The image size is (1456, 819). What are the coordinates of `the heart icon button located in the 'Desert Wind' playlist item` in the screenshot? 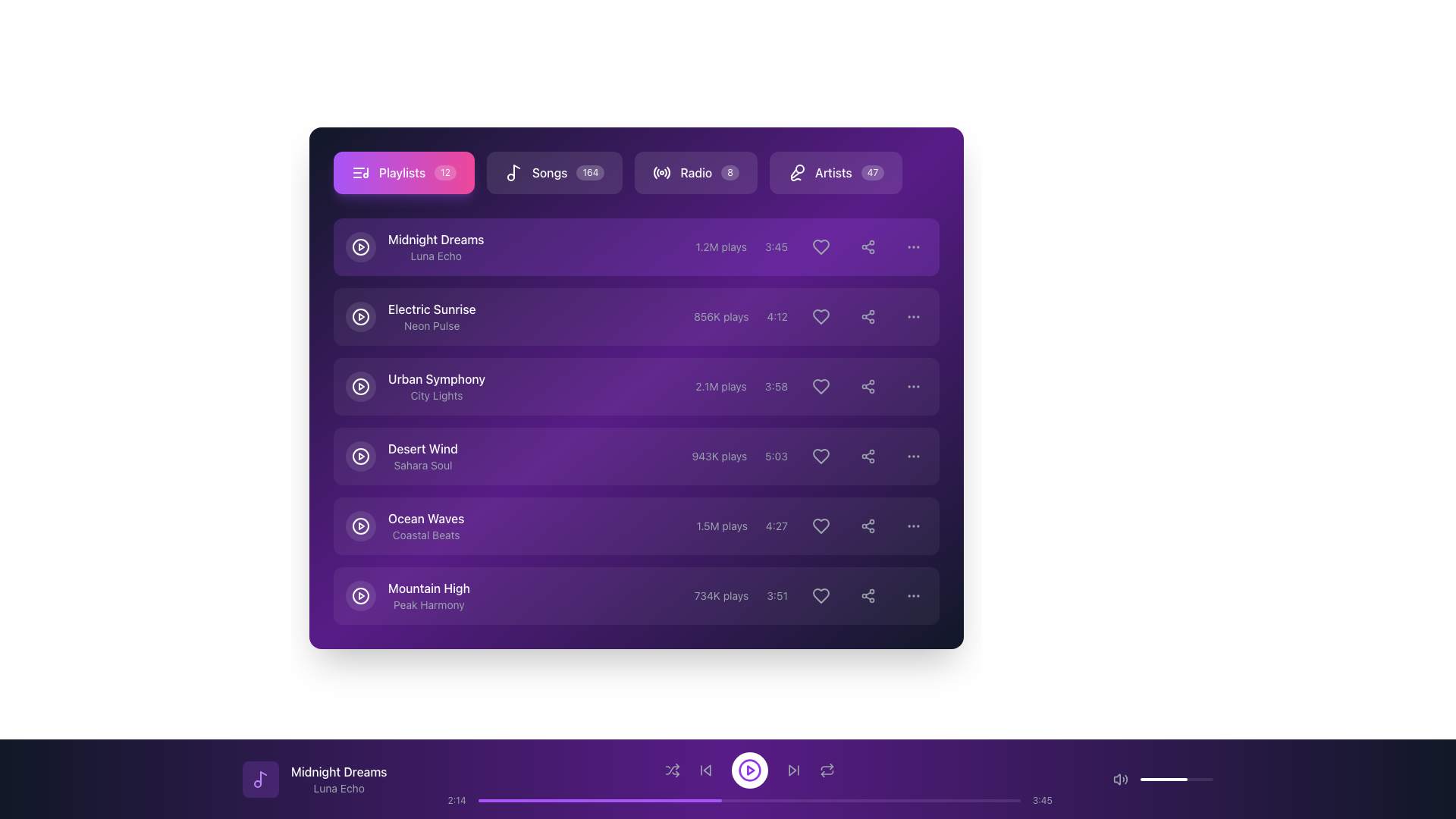 It's located at (821, 455).